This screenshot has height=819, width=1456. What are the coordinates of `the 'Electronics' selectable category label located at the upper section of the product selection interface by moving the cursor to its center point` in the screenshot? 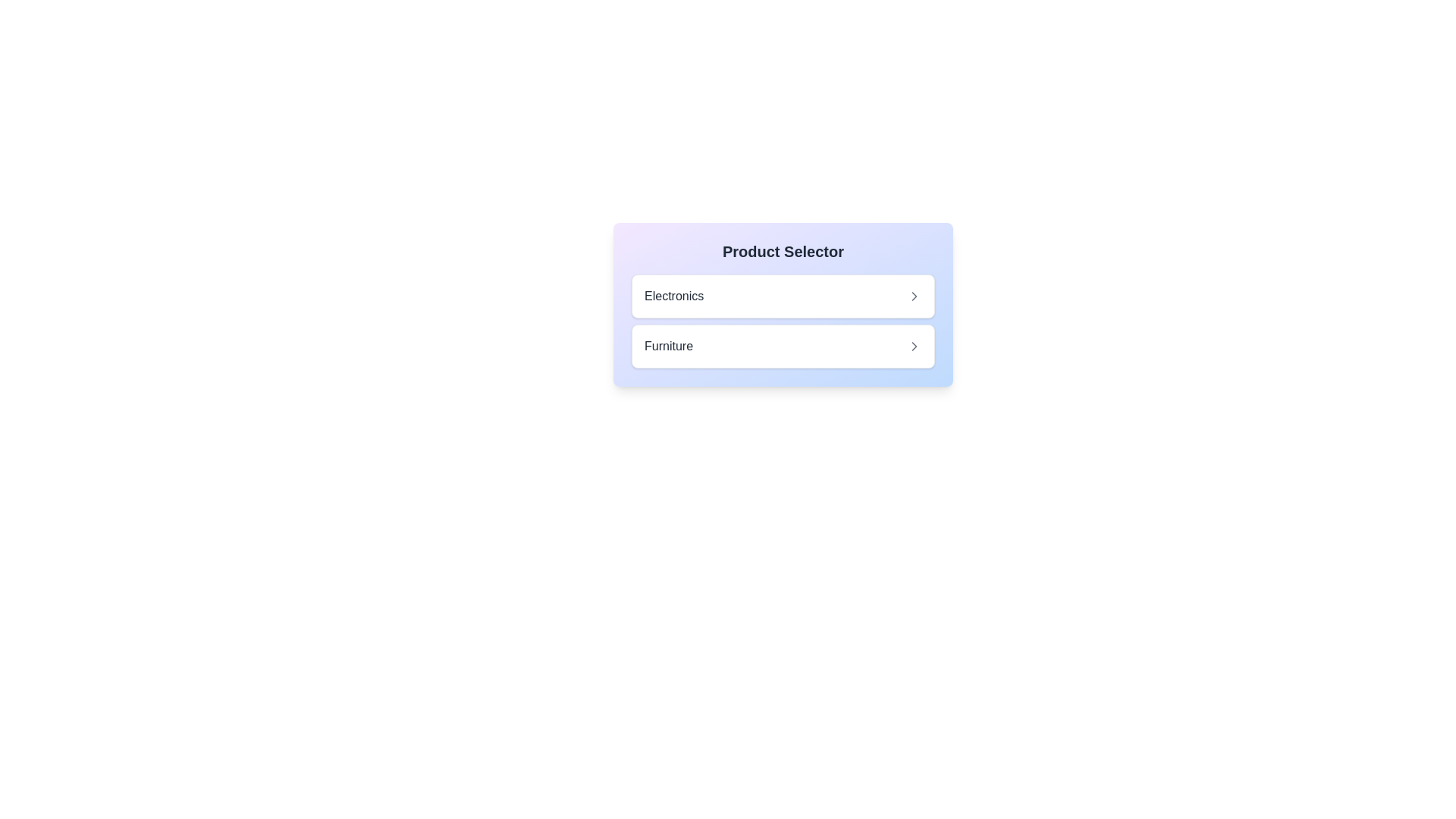 It's located at (673, 296).